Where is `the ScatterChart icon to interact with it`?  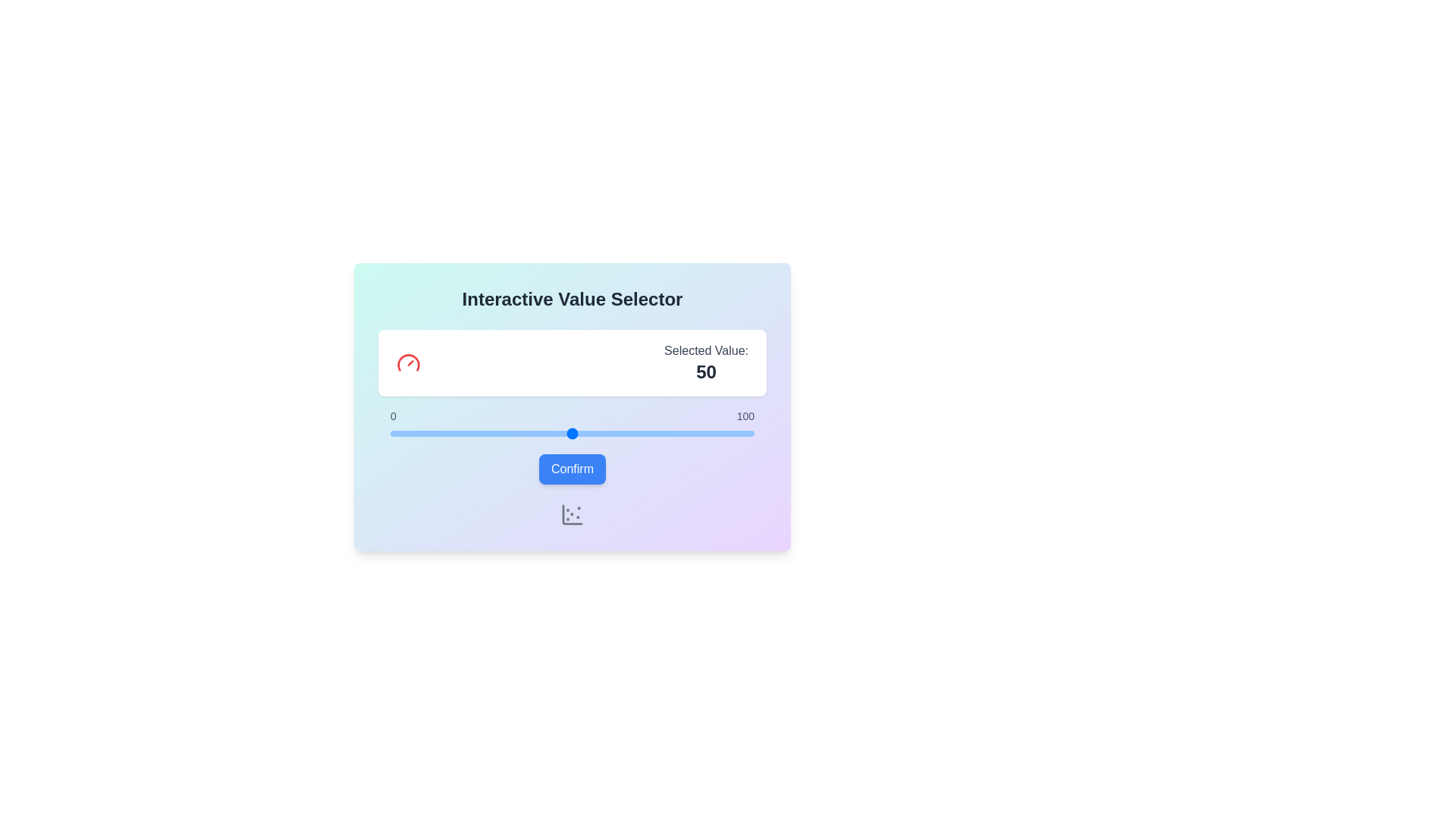
the ScatterChart icon to interact with it is located at coordinates (571, 513).